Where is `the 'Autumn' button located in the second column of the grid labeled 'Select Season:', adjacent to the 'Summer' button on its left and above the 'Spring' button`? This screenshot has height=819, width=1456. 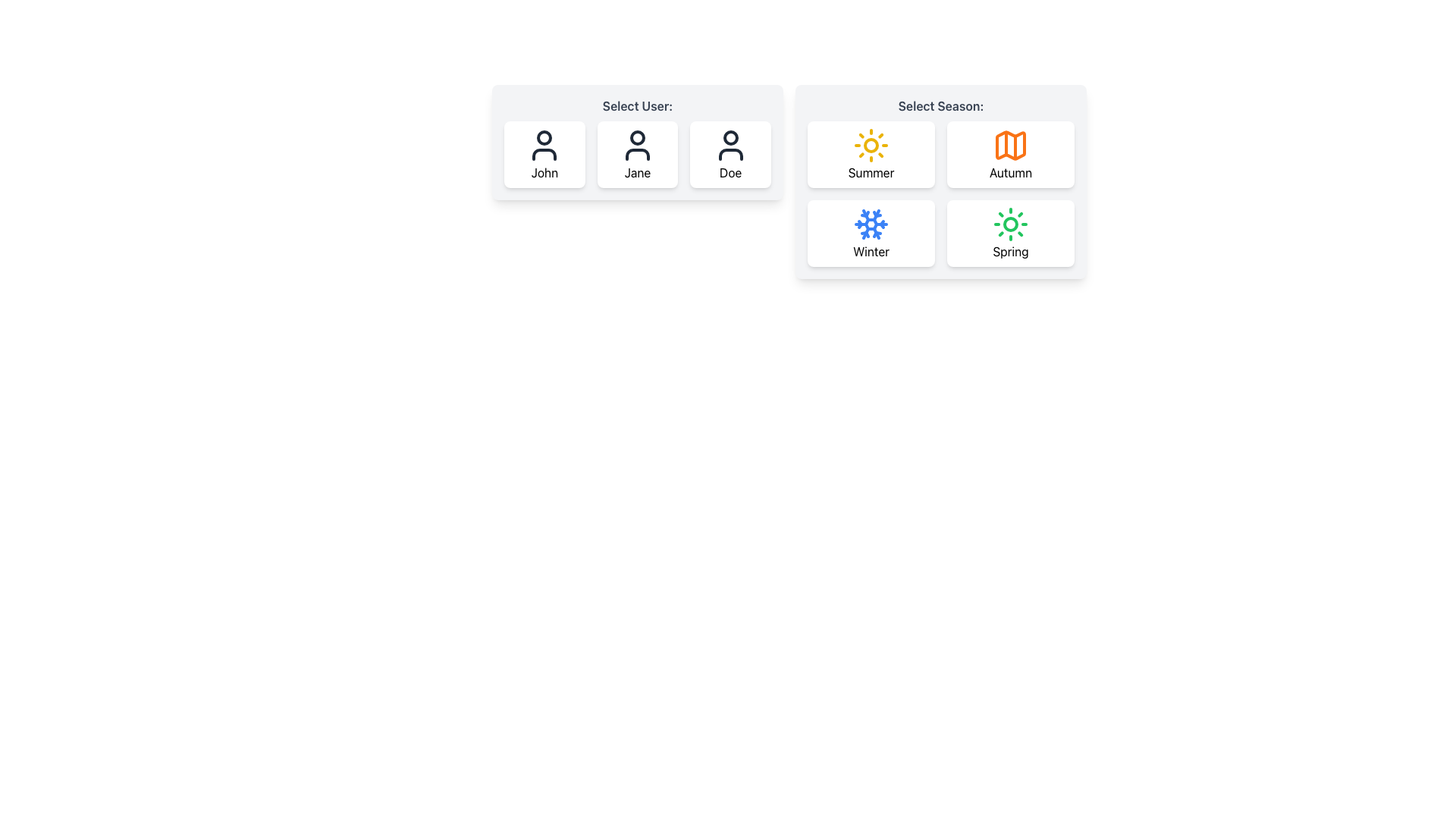 the 'Autumn' button located in the second column of the grid labeled 'Select Season:', adjacent to the 'Summer' button on its left and above the 'Spring' button is located at coordinates (1011, 155).